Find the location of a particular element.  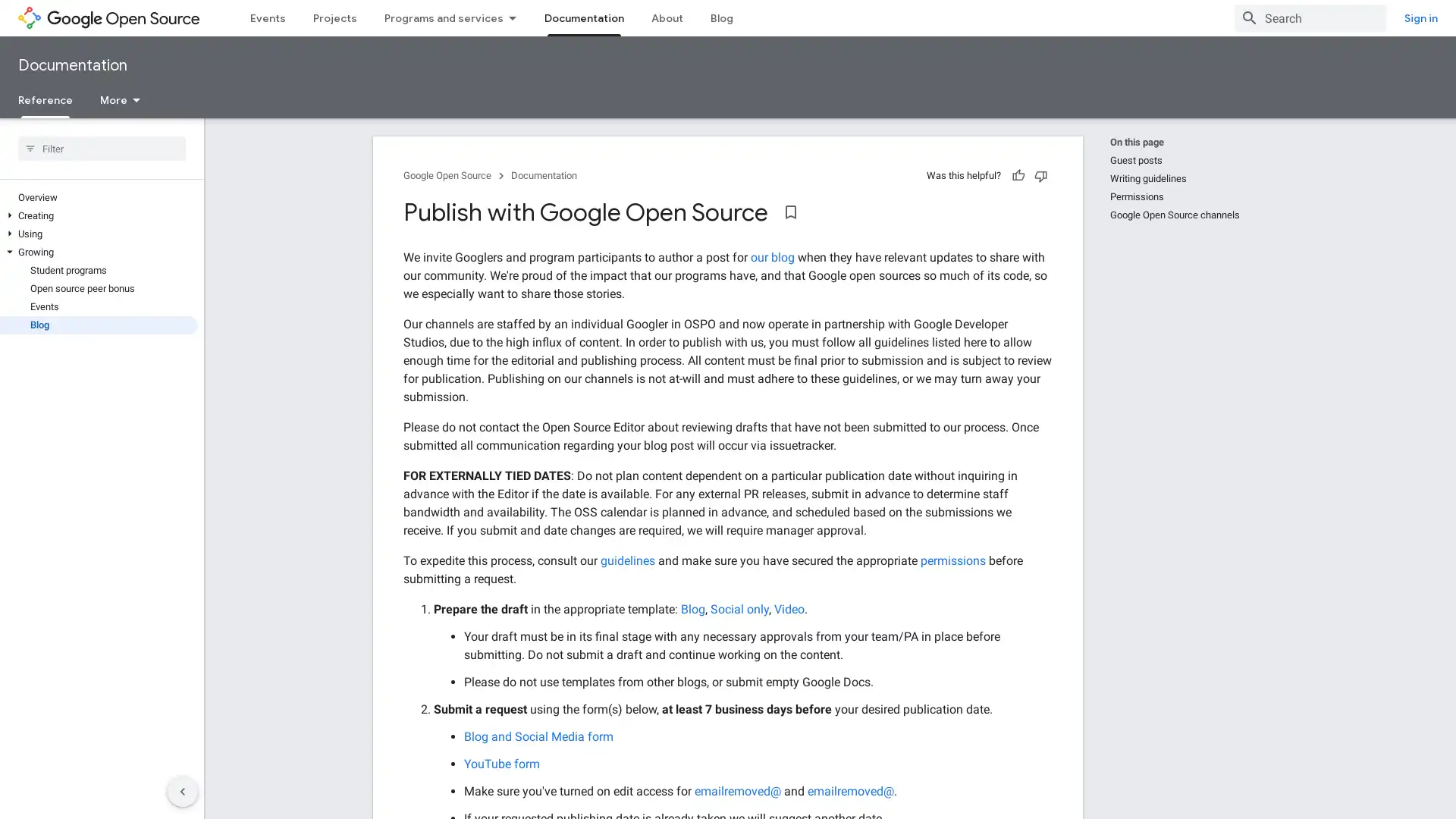

Helpful is located at coordinates (1018, 174).